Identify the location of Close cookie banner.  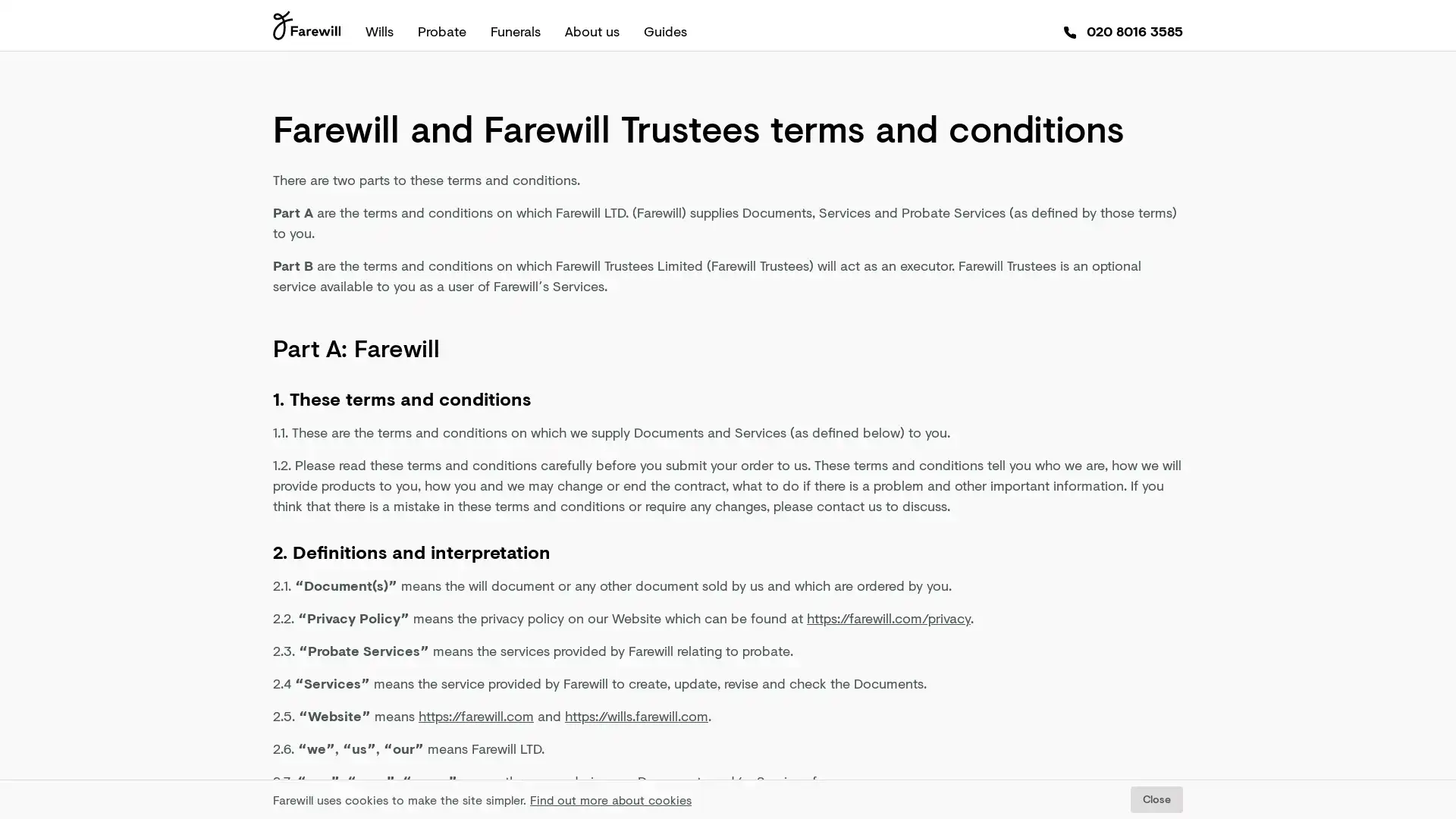
(1156, 799).